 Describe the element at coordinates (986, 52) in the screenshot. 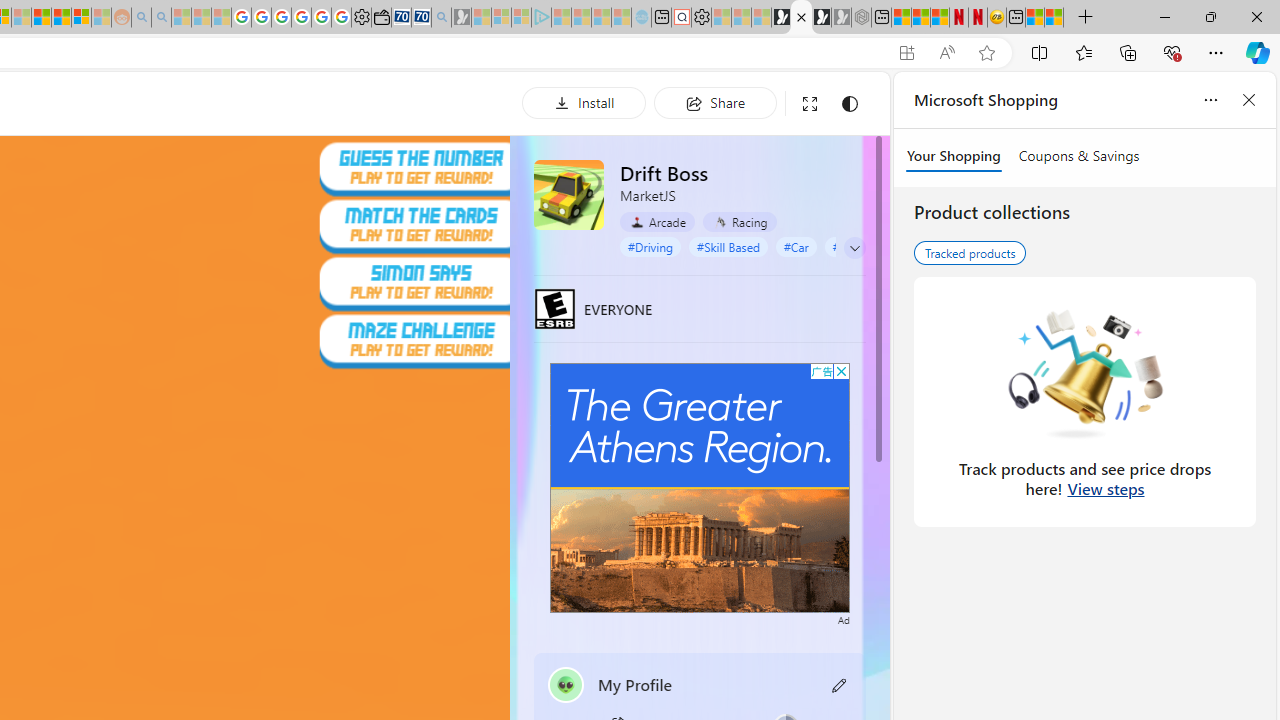

I see `'Add this page to favorites (Ctrl+D)'` at that location.